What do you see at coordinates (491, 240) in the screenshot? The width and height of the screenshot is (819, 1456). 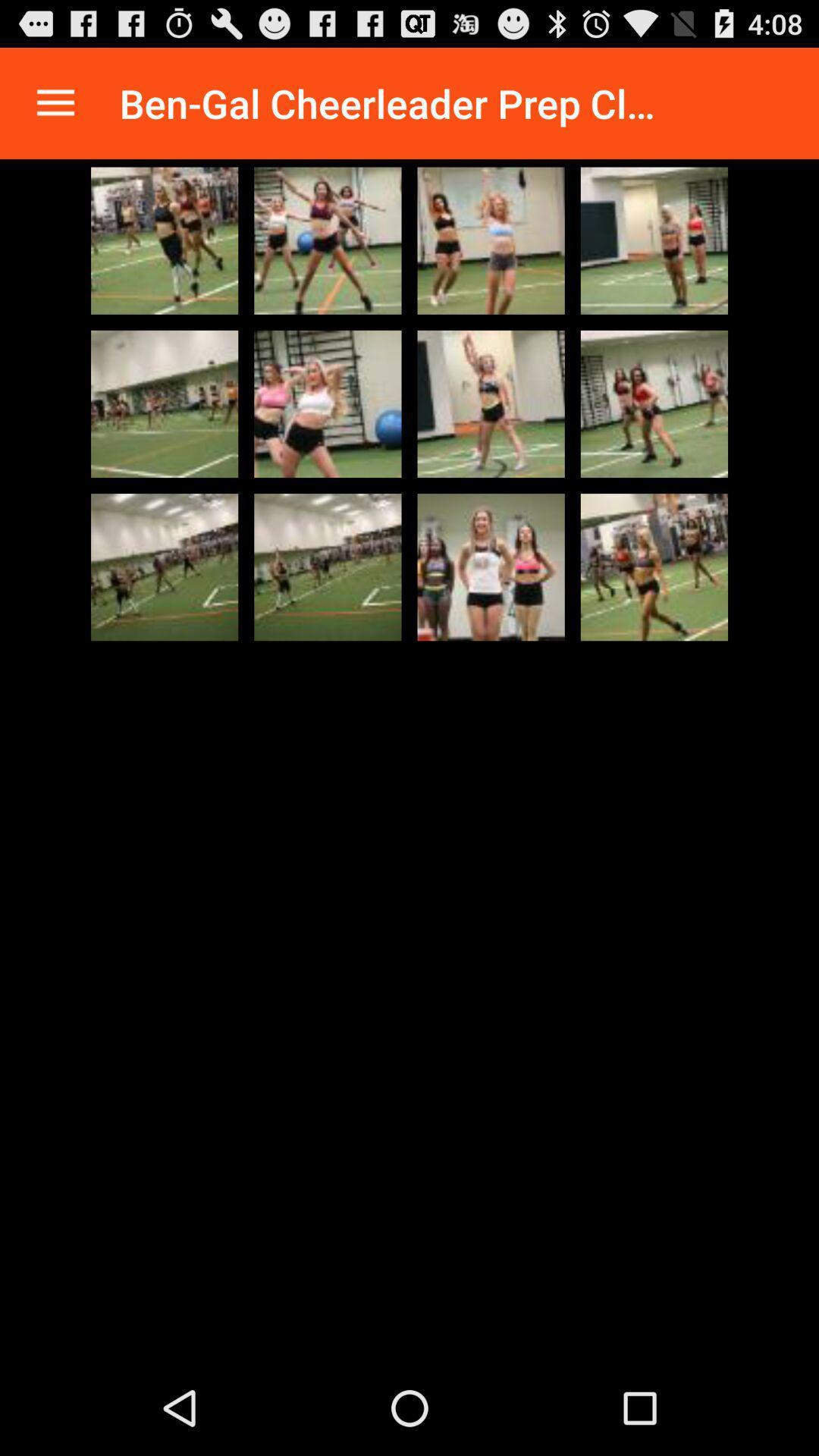 I see `selected video` at bounding box center [491, 240].